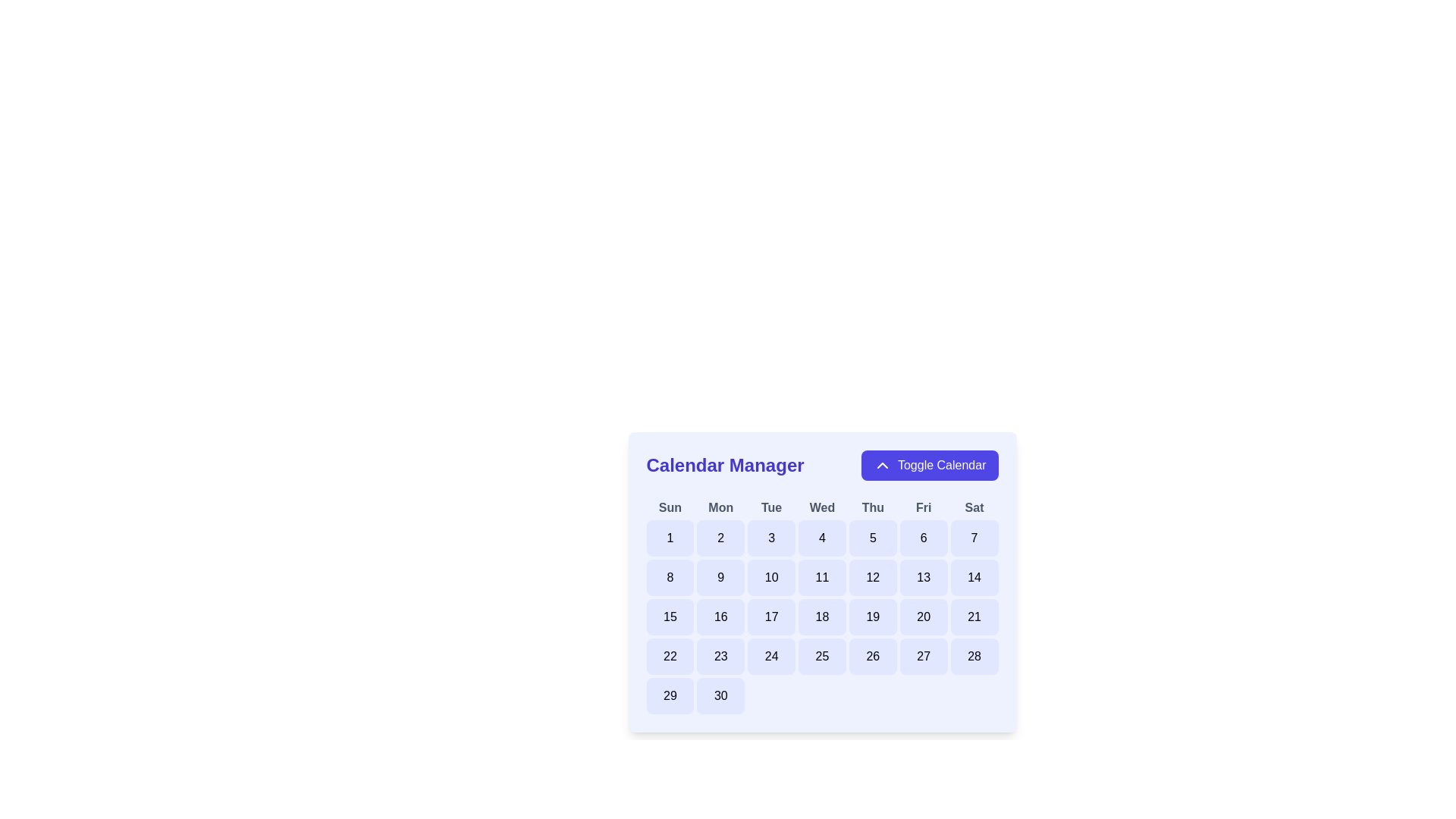 The width and height of the screenshot is (1456, 819). Describe the element at coordinates (974, 508) in the screenshot. I see `the text label representing Saturday, which is the last element in the row of days in the calendar` at that location.